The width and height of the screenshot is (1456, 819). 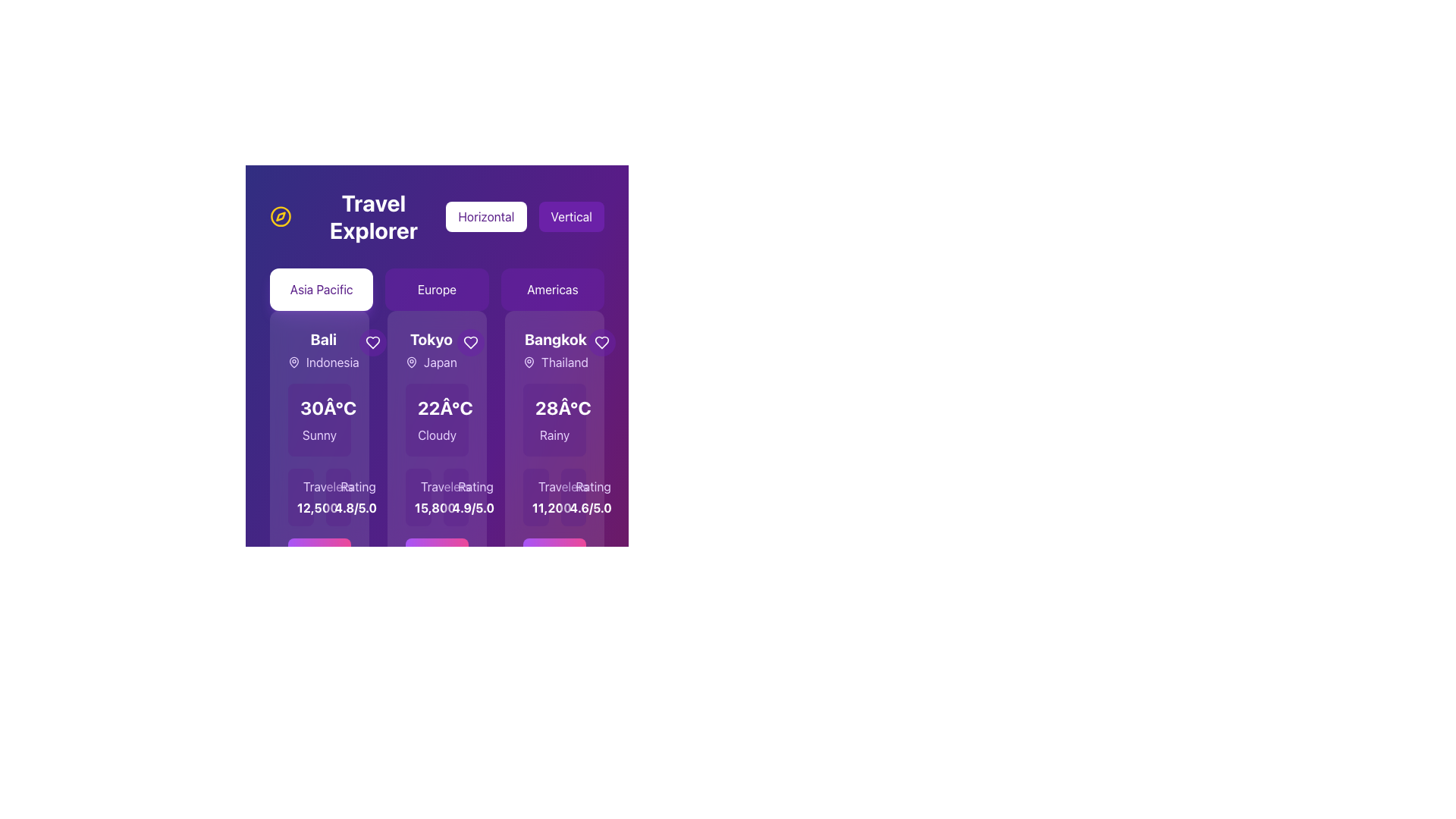 What do you see at coordinates (436, 216) in the screenshot?
I see `the 'Travel Explorer' text in the Header bar with toggle buttons, which features bold white text on a purple gradient background` at bounding box center [436, 216].